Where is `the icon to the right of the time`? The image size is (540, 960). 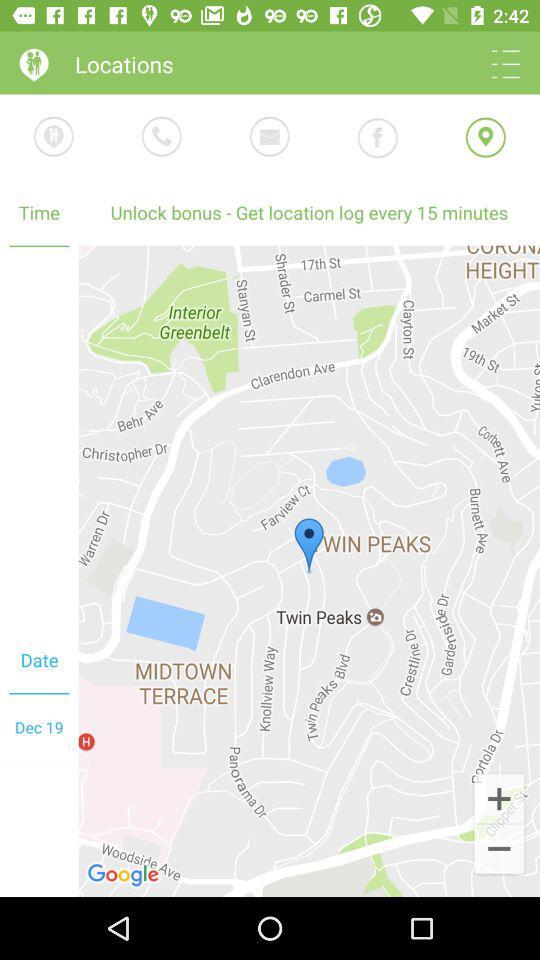
the icon to the right of the time is located at coordinates (309, 212).